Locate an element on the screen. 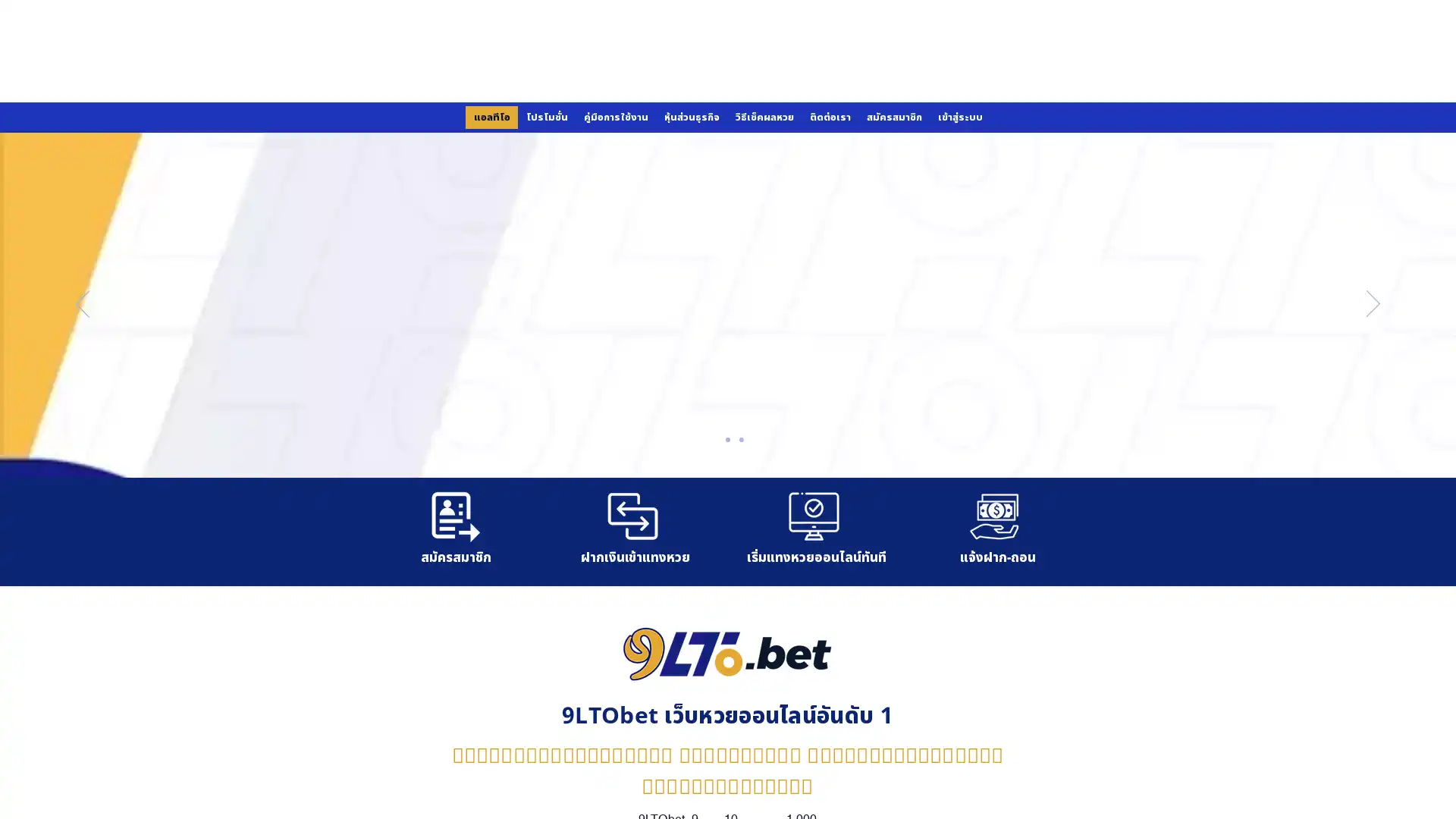 The image size is (1456, 819). Previous is located at coordinates (82, 304).